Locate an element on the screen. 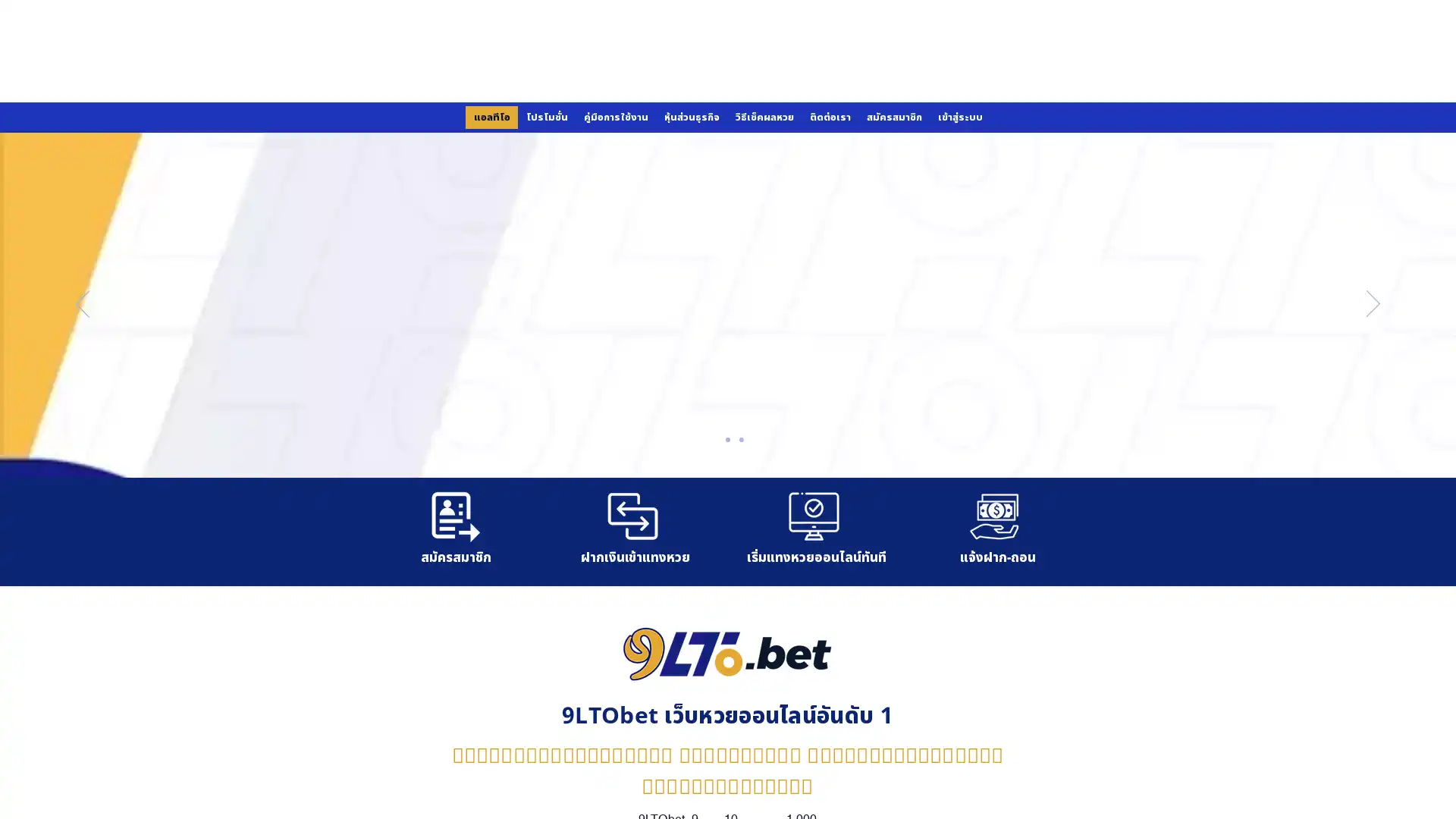 The image size is (1456, 819). Previous is located at coordinates (82, 304).